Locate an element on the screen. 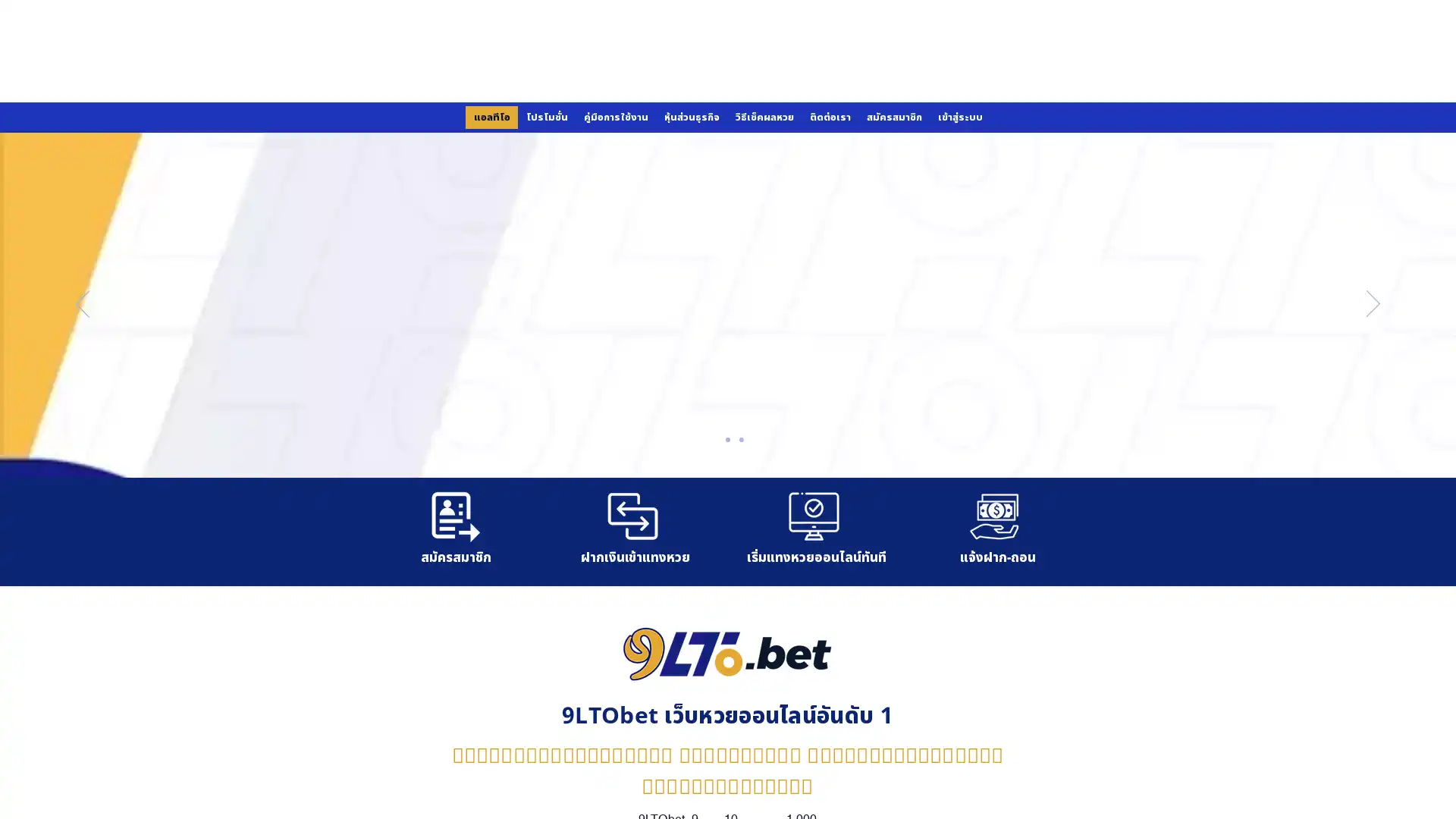 The image size is (1456, 819). Previous is located at coordinates (82, 304).